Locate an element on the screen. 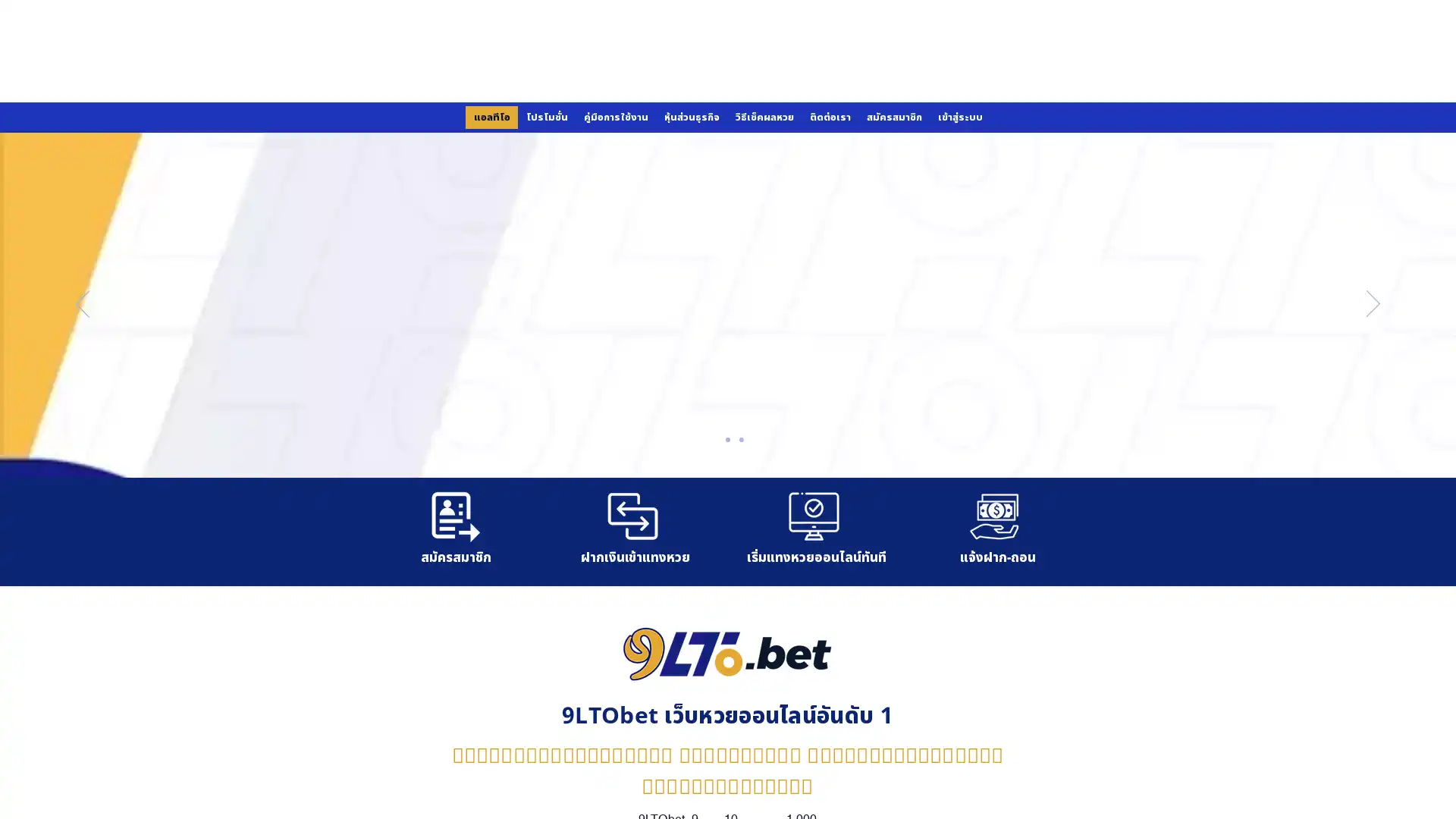 The image size is (1456, 819). Previous is located at coordinates (82, 304).